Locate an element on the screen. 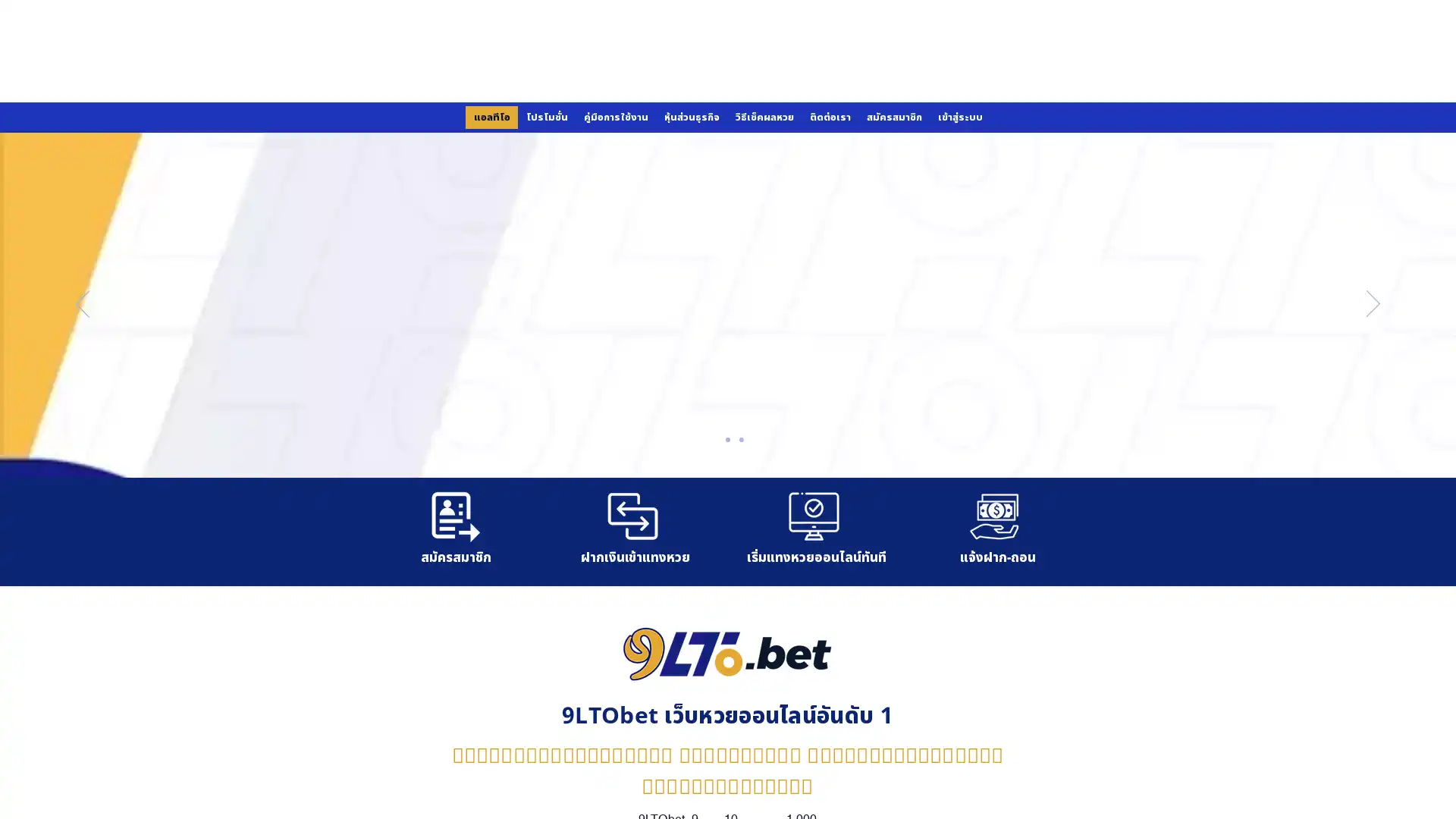 The image size is (1456, 819). Previous is located at coordinates (82, 304).